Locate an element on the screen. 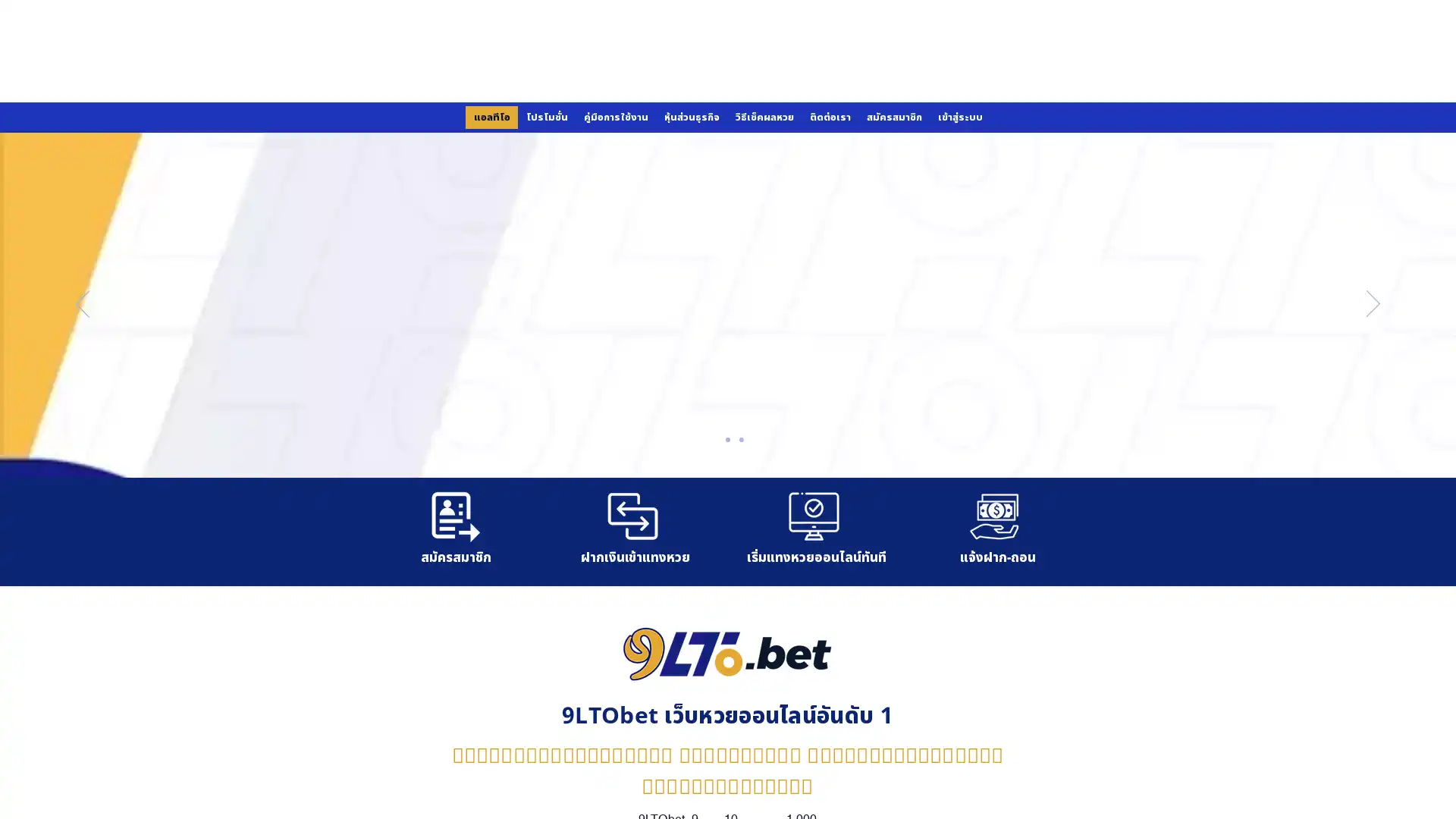 The image size is (1456, 819). Previous is located at coordinates (82, 304).